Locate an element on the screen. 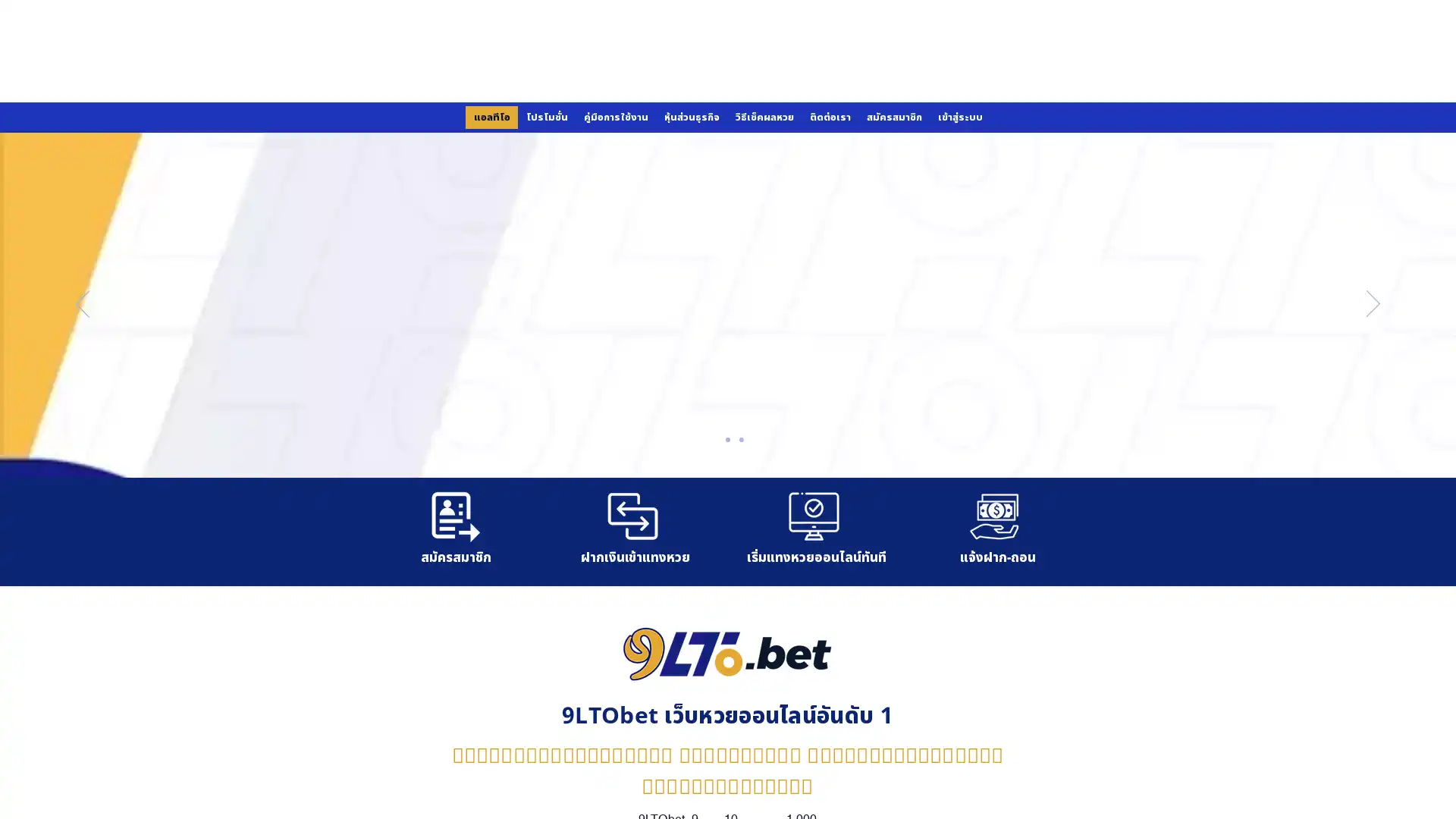 The image size is (1456, 819). Previous is located at coordinates (82, 304).